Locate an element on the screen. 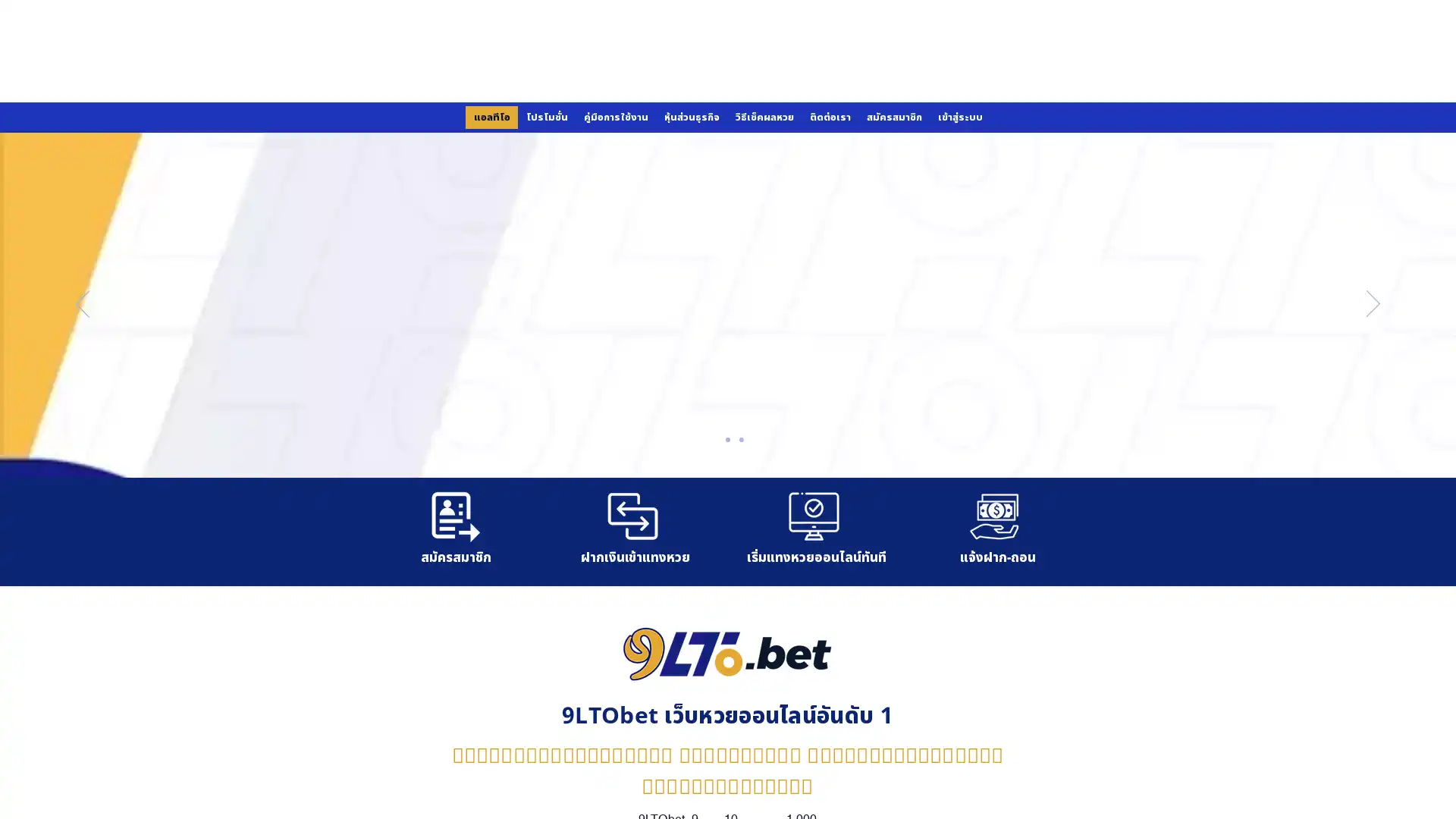 The image size is (1456, 819). Previous is located at coordinates (82, 304).